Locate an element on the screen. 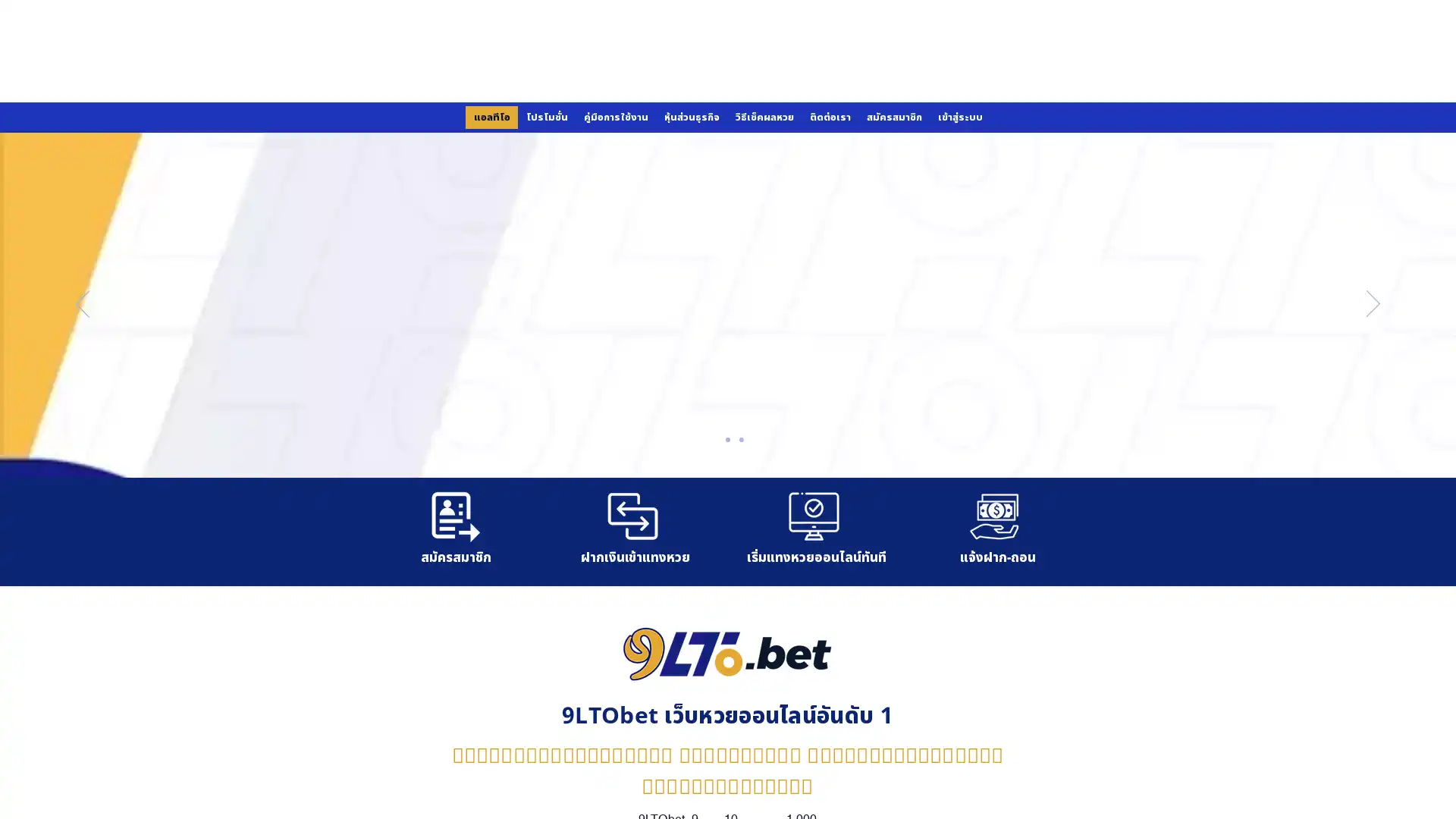 The image size is (1456, 819). Previous is located at coordinates (82, 304).